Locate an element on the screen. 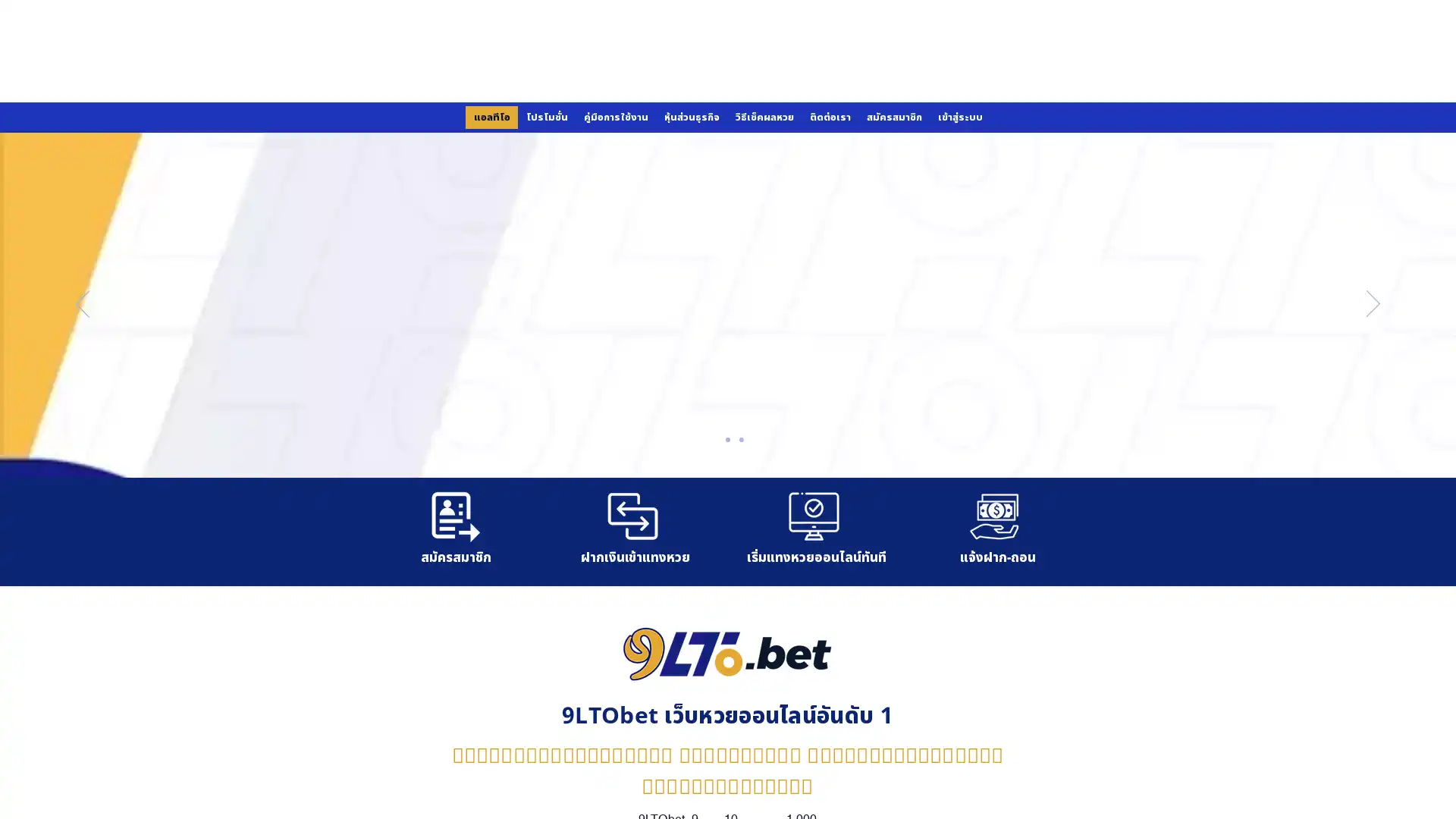 The image size is (1456, 819). Previous is located at coordinates (82, 304).